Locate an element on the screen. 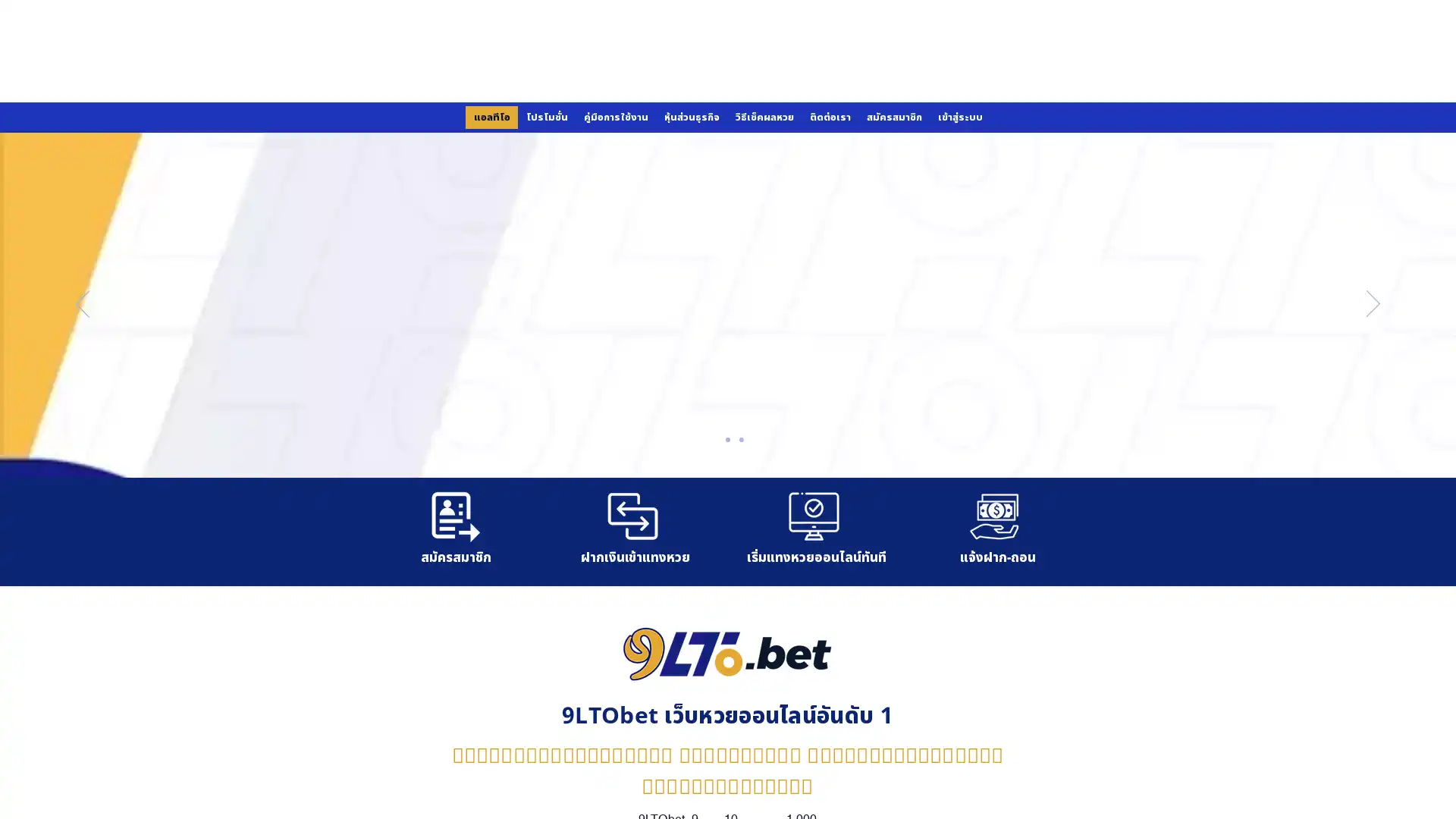 The image size is (1456, 819). Previous is located at coordinates (82, 304).